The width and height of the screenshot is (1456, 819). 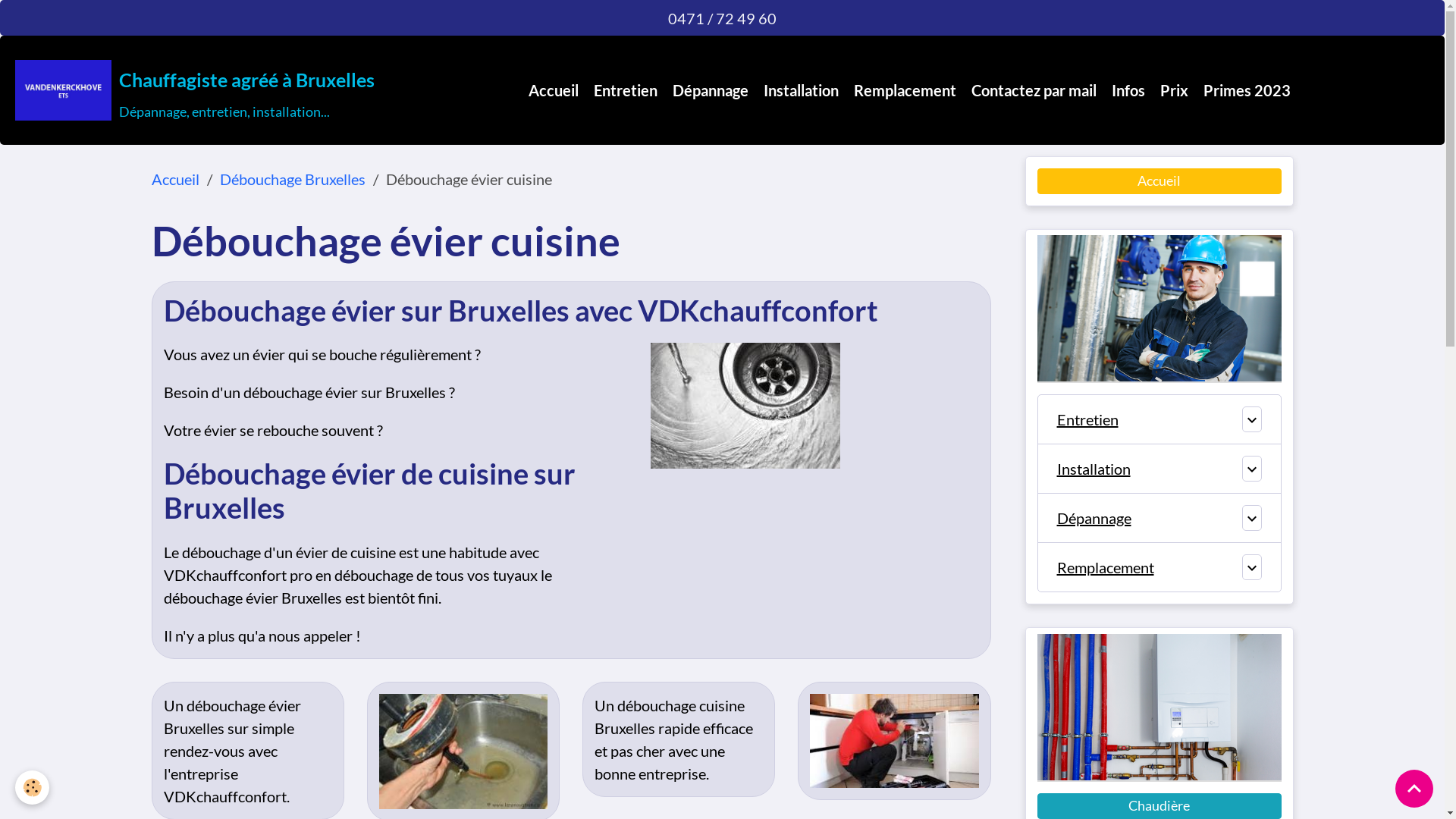 I want to click on 'Infos', so click(x=1128, y=90).